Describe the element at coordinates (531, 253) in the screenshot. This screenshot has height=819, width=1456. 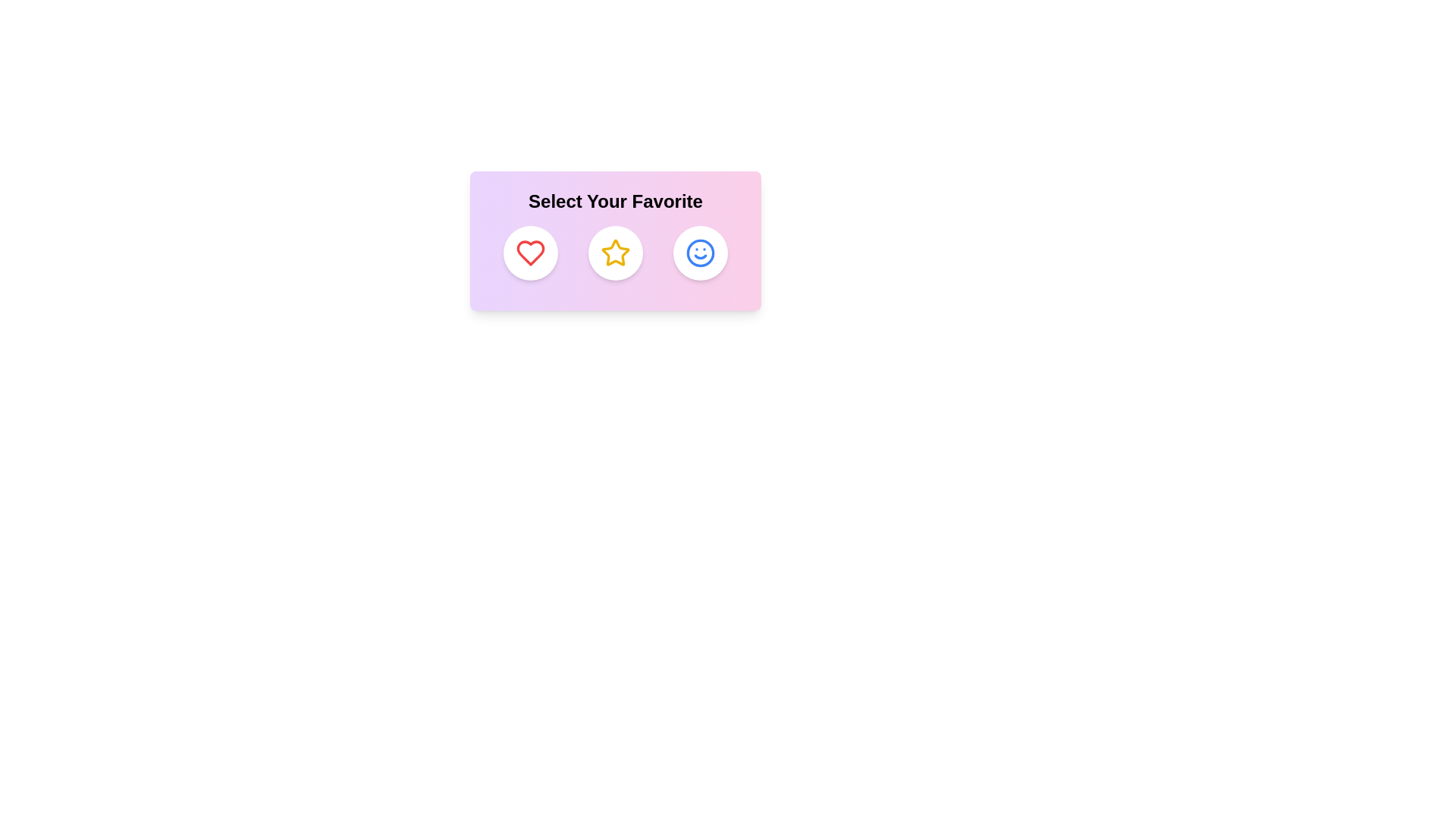
I see `the favorite option by clicking on the Heart button` at that location.